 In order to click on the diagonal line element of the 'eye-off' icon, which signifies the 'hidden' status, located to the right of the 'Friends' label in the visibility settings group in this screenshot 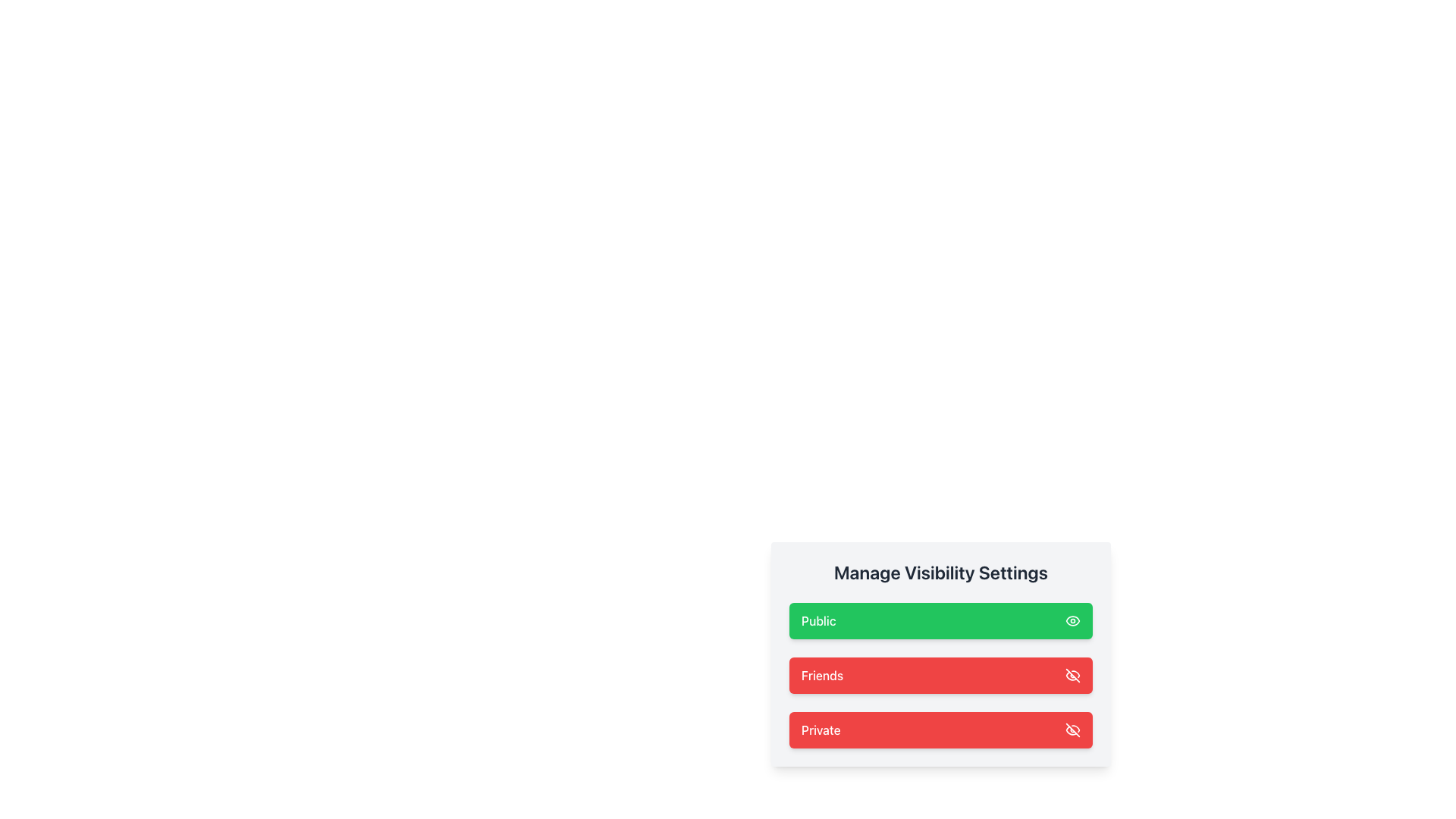, I will do `click(1072, 730)`.